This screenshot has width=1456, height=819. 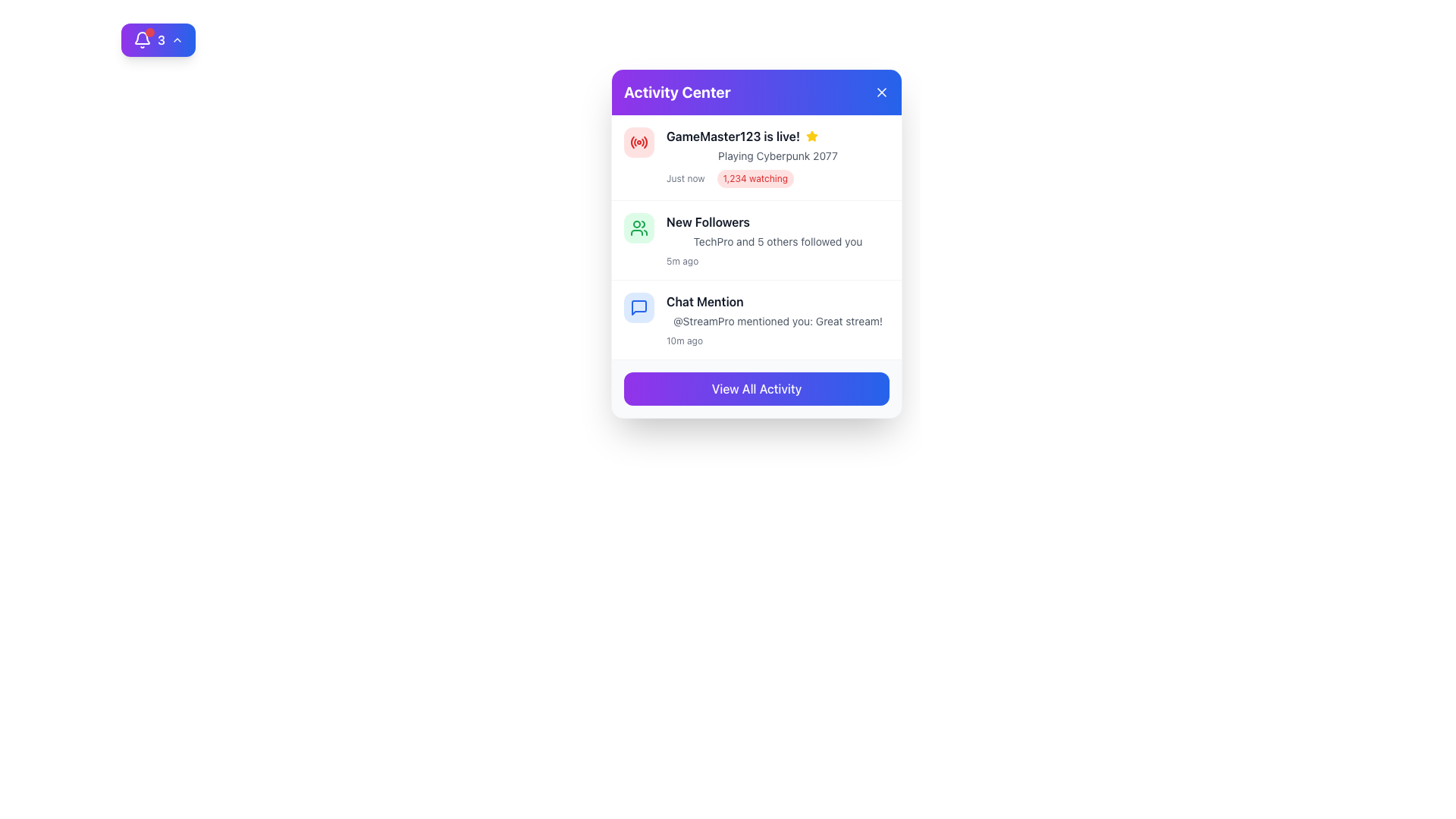 I want to click on the button at the bottom of the 'Activity Center' popup, so click(x=757, y=388).